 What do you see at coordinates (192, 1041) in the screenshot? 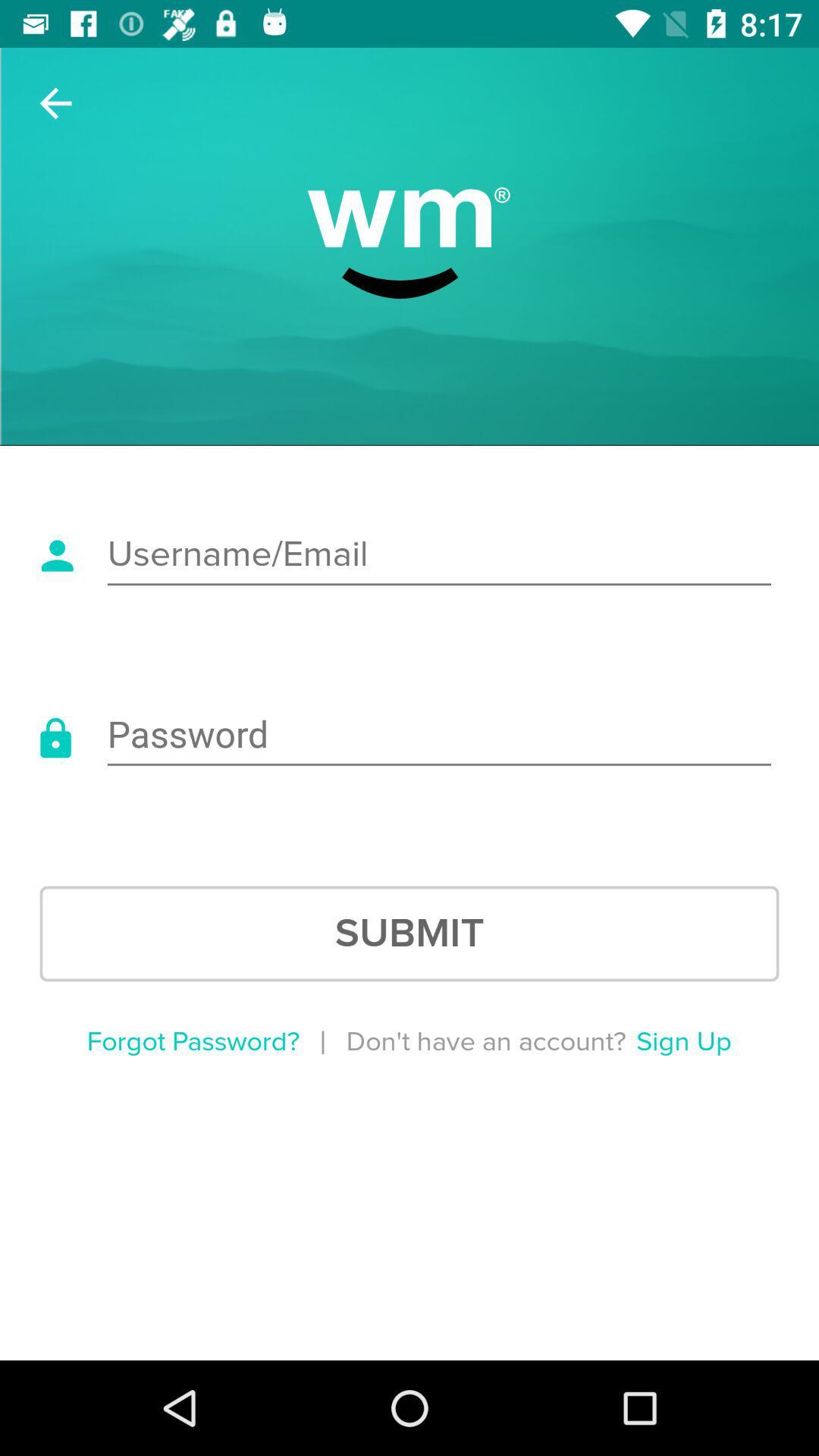
I see `the item below submit` at bounding box center [192, 1041].